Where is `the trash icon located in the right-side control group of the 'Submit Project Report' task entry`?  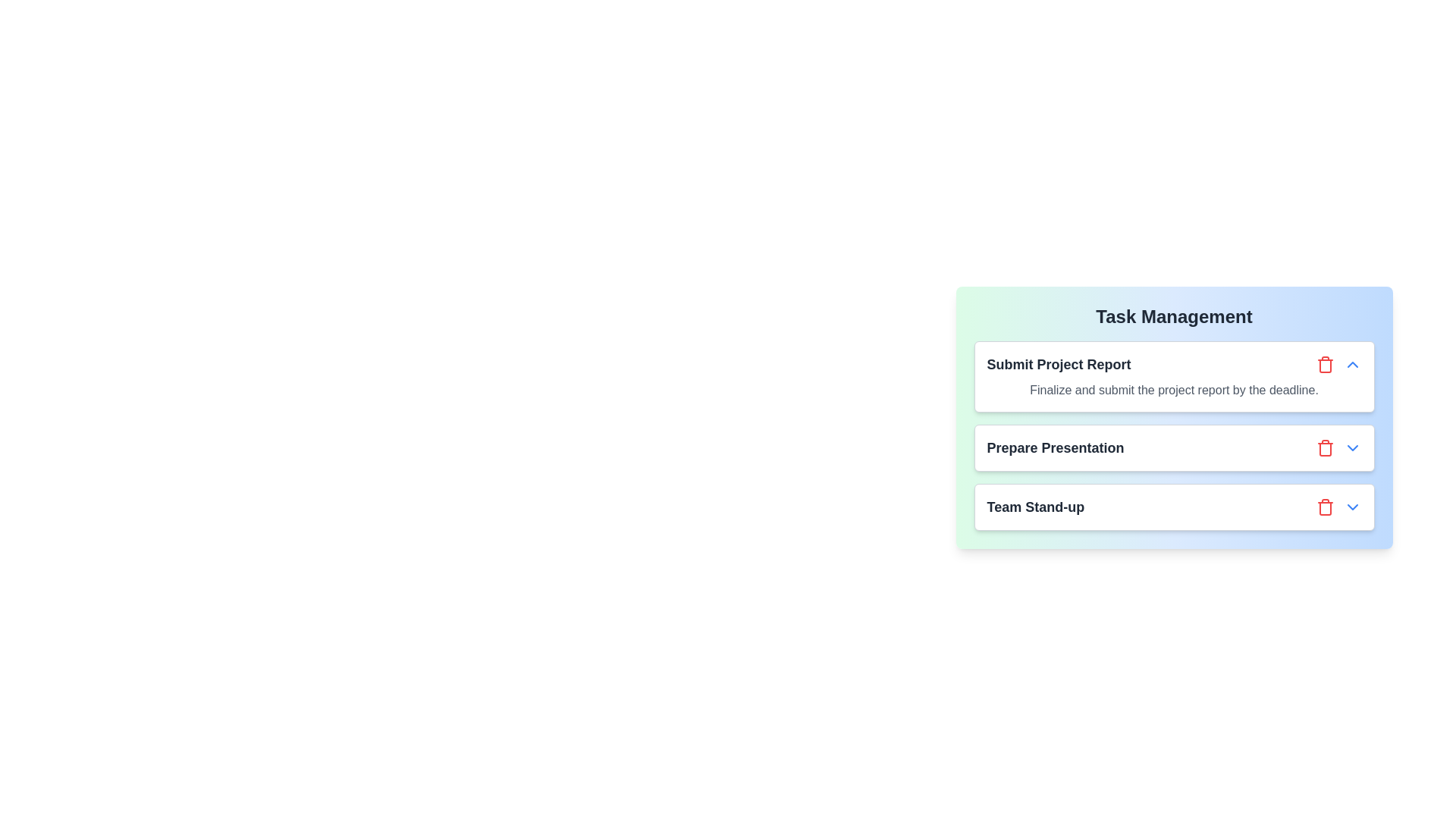
the trash icon located in the right-side control group of the 'Submit Project Report' task entry is located at coordinates (1338, 365).